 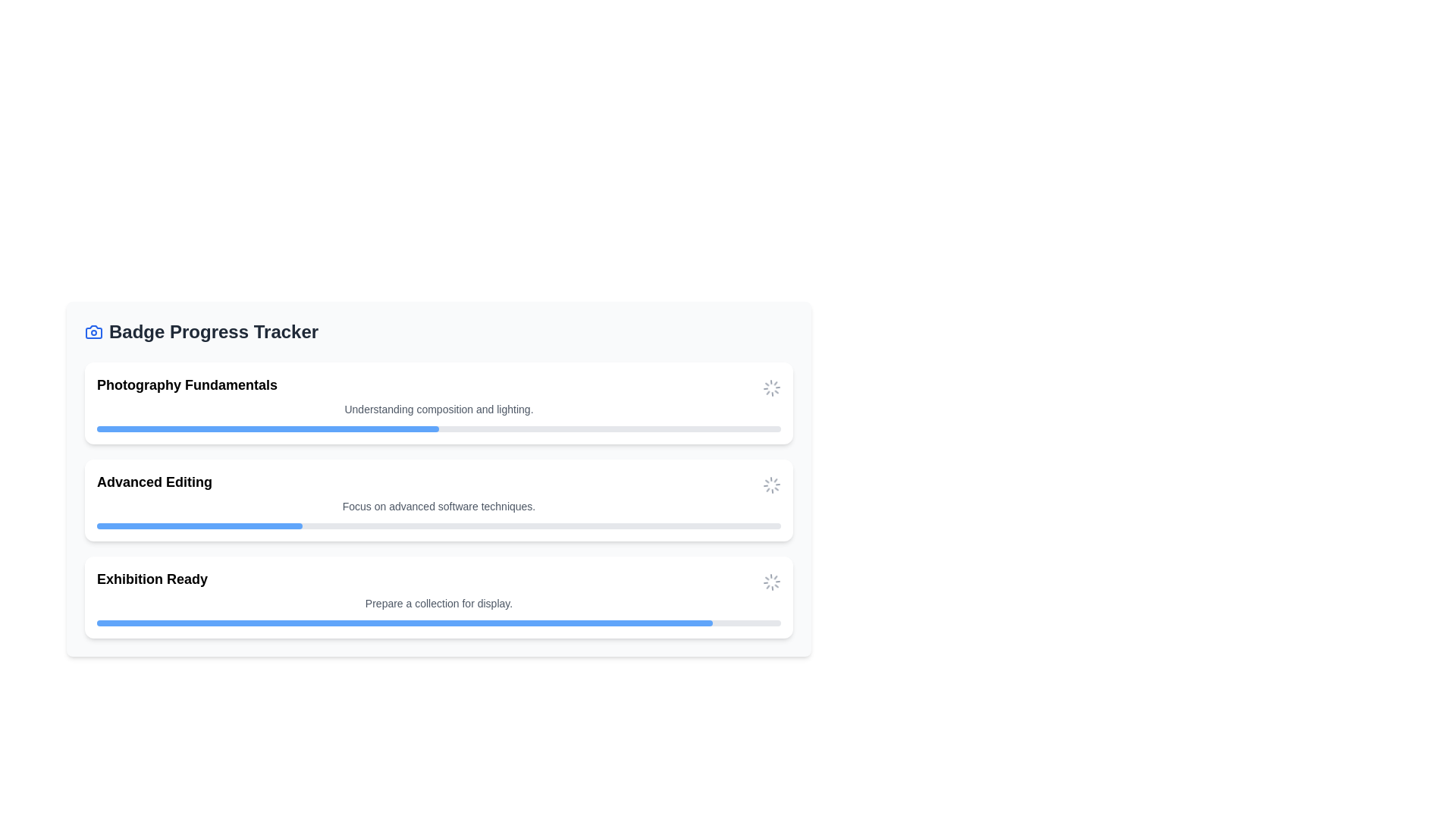 What do you see at coordinates (268, 429) in the screenshot?
I see `the progress bar segment that visually represents 50% completion of the 'Photography Fundamentals' course, located under the title 'Photography Fundamentals' in the 'Badge Progress Tracker'` at bounding box center [268, 429].